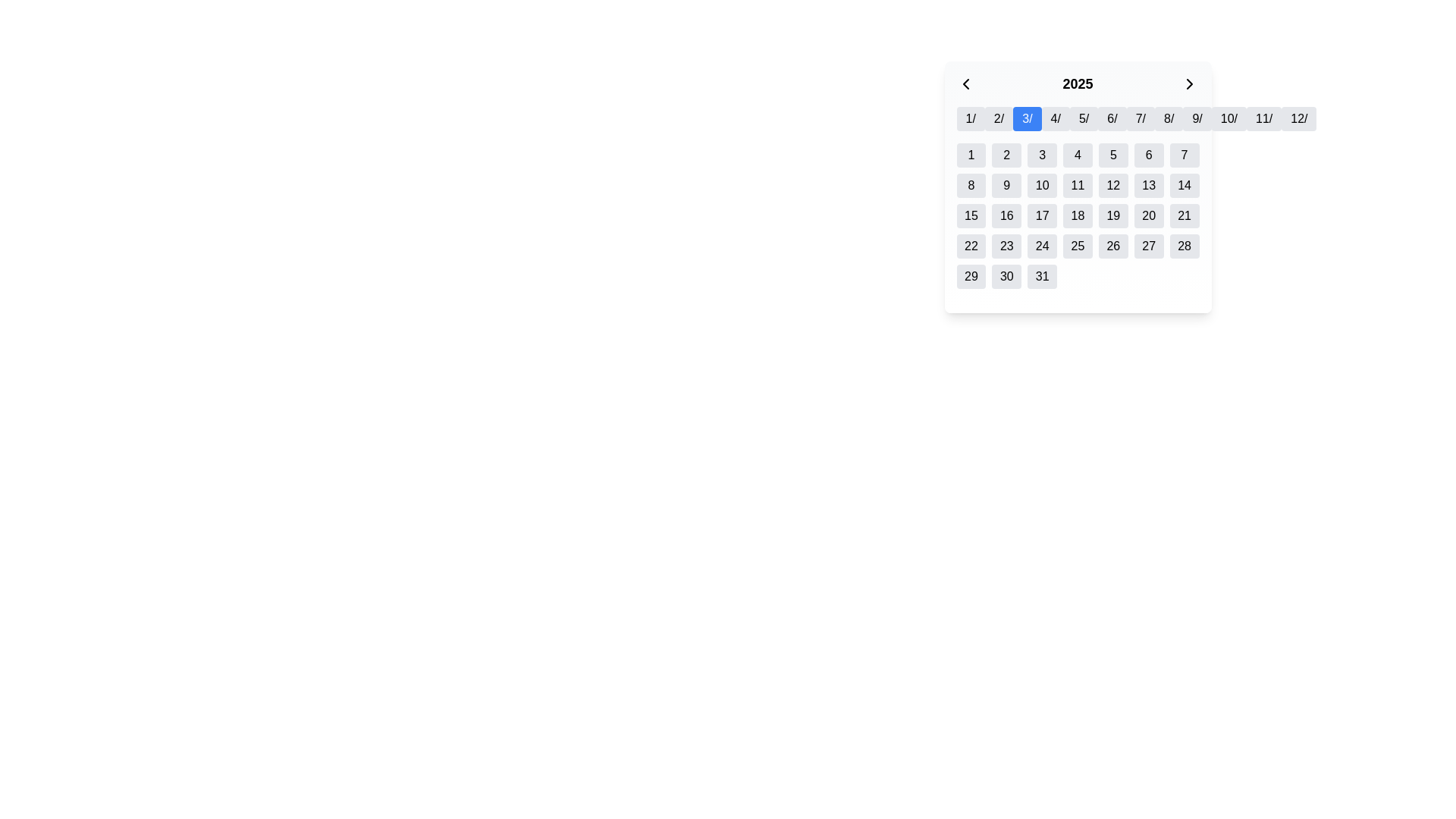 This screenshot has width=1456, height=819. What do you see at coordinates (965, 84) in the screenshot?
I see `the left chevron button located at the far left of the top bar in the date picker interface` at bounding box center [965, 84].